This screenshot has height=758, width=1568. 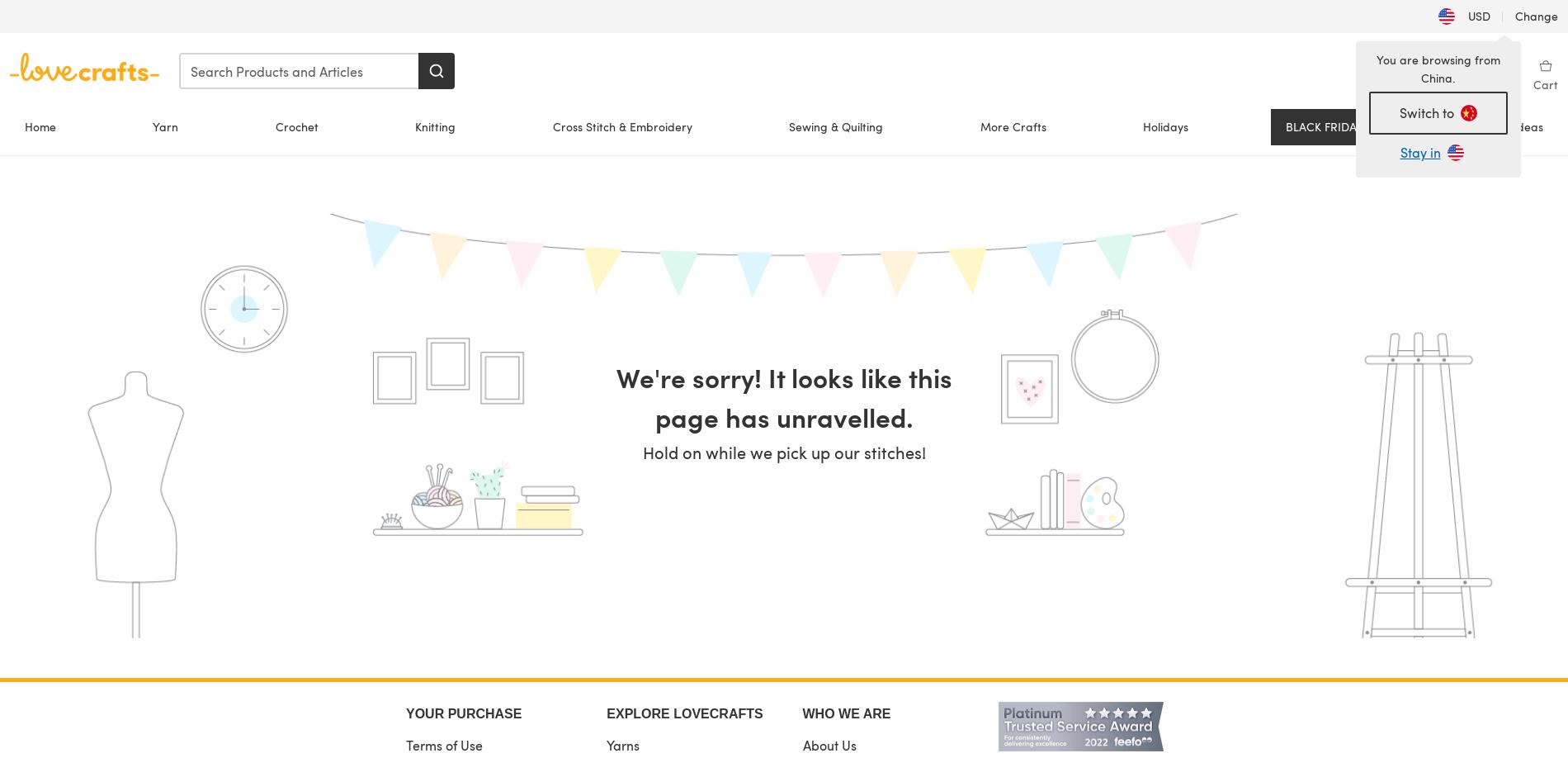 What do you see at coordinates (622, 743) in the screenshot?
I see `'Yarns'` at bounding box center [622, 743].